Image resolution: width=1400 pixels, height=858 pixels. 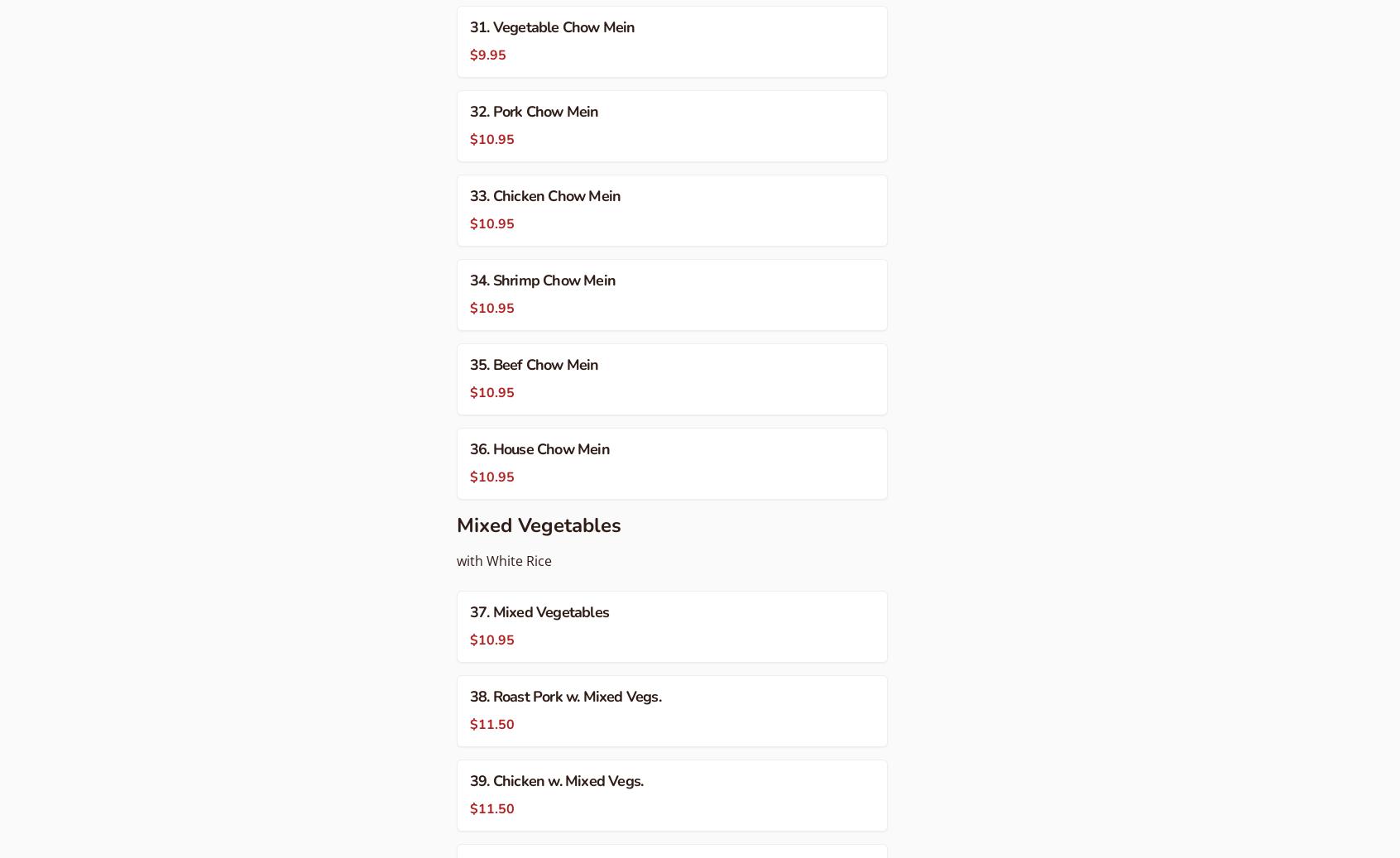 What do you see at coordinates (556, 780) in the screenshot?
I see `'39.  Chicken w. Mixed Vegs.'` at bounding box center [556, 780].